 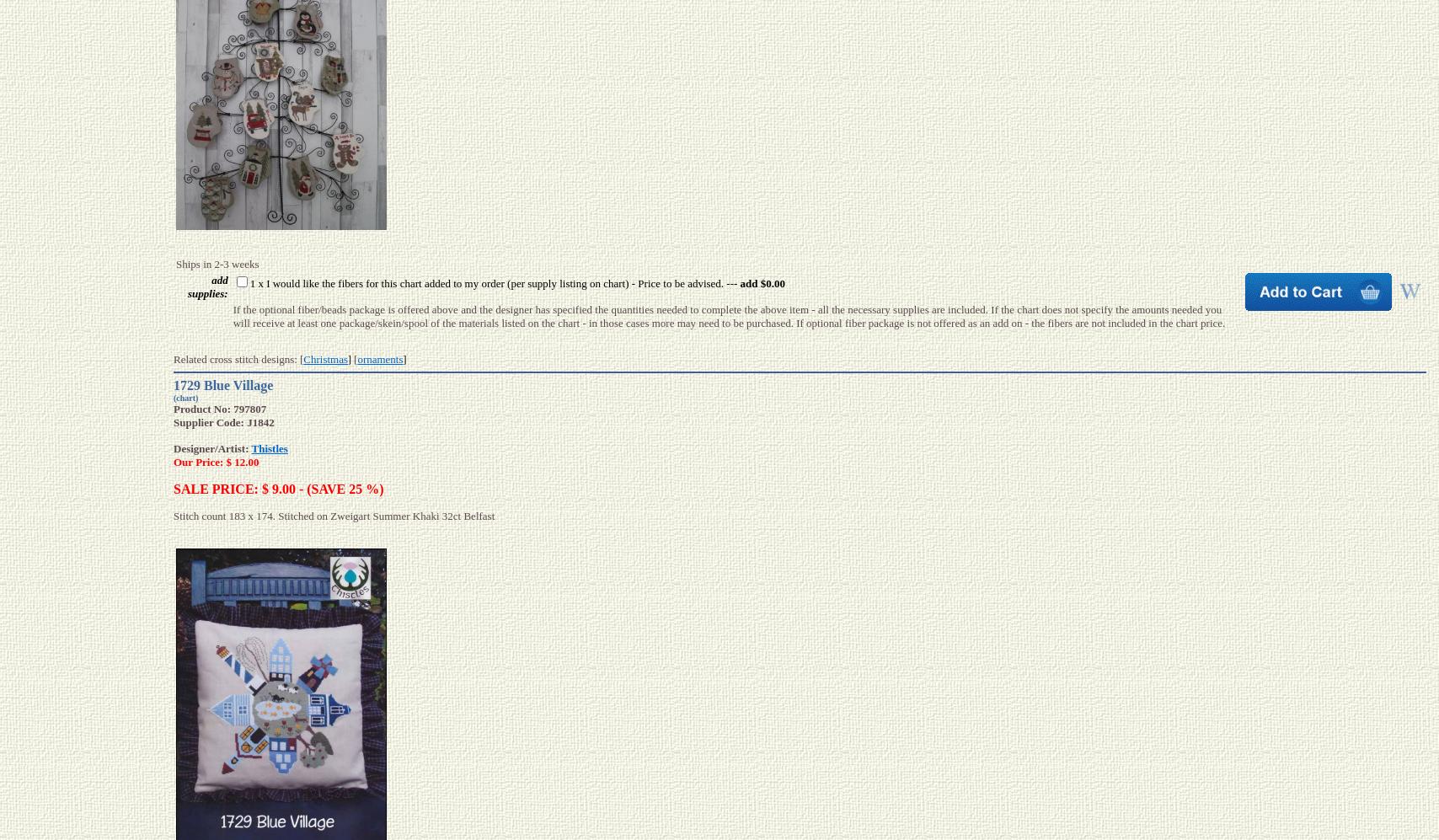 I want to click on '1729 Blue Village', so click(x=173, y=385).